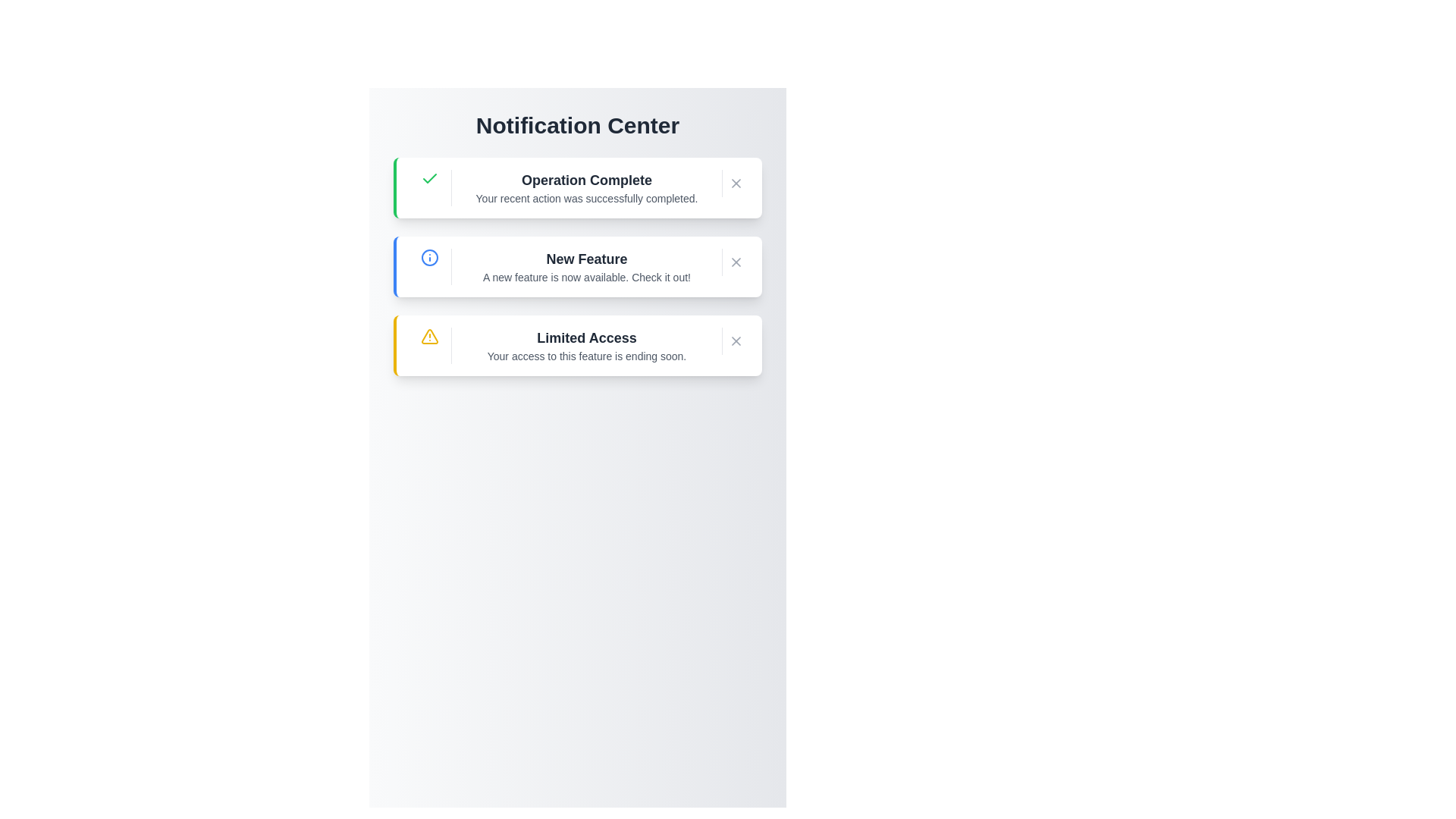  What do you see at coordinates (736, 262) in the screenshot?
I see `the close button (X icon) on the right side of the 'New Feature' notification` at bounding box center [736, 262].